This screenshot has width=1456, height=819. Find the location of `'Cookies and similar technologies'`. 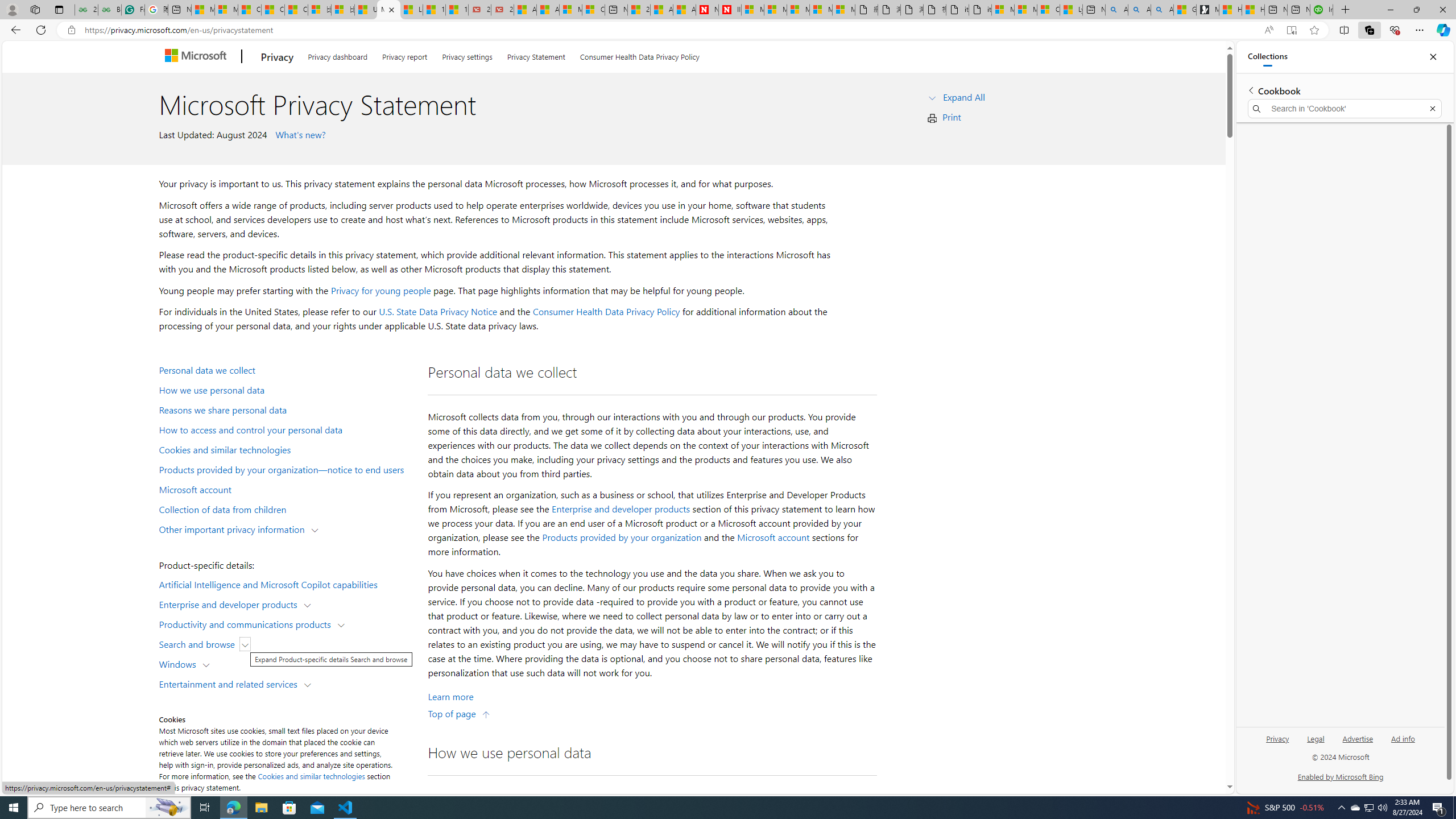

'Cookies and similar technologies' is located at coordinates (311, 775).